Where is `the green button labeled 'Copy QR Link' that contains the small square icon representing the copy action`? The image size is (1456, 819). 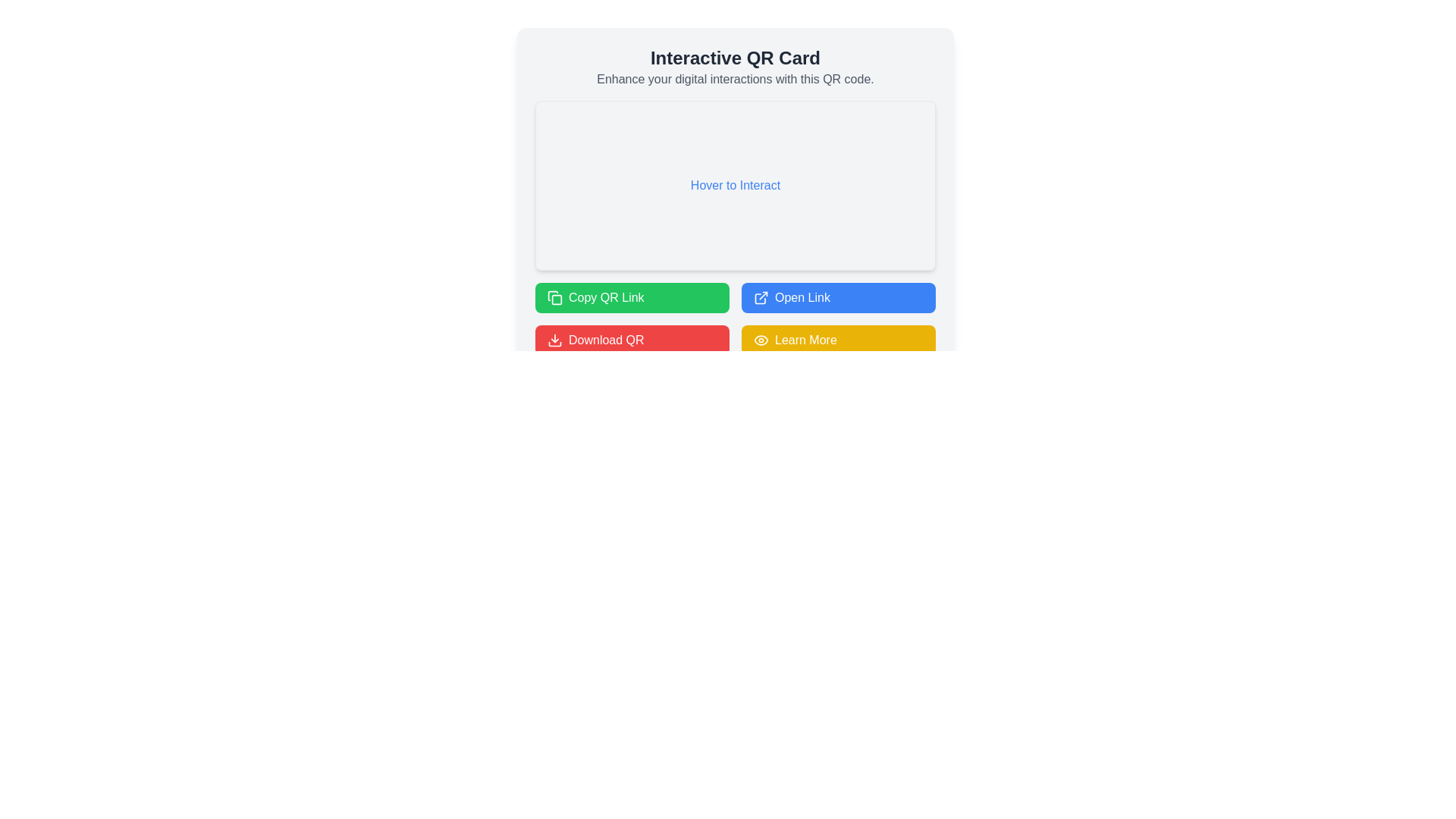
the green button labeled 'Copy QR Link' that contains the small square icon representing the copy action is located at coordinates (554, 298).